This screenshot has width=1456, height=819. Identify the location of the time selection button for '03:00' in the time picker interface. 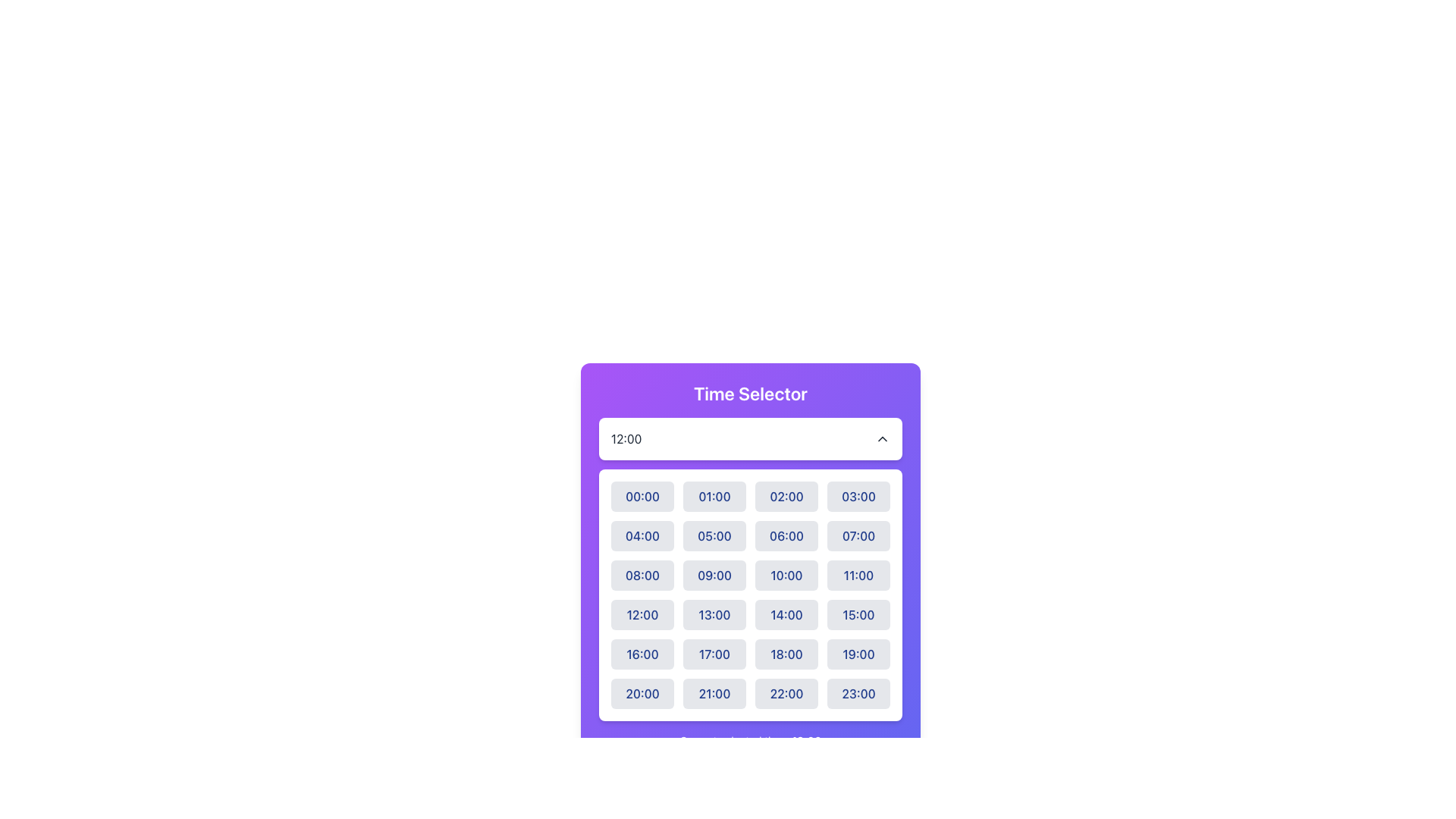
(858, 497).